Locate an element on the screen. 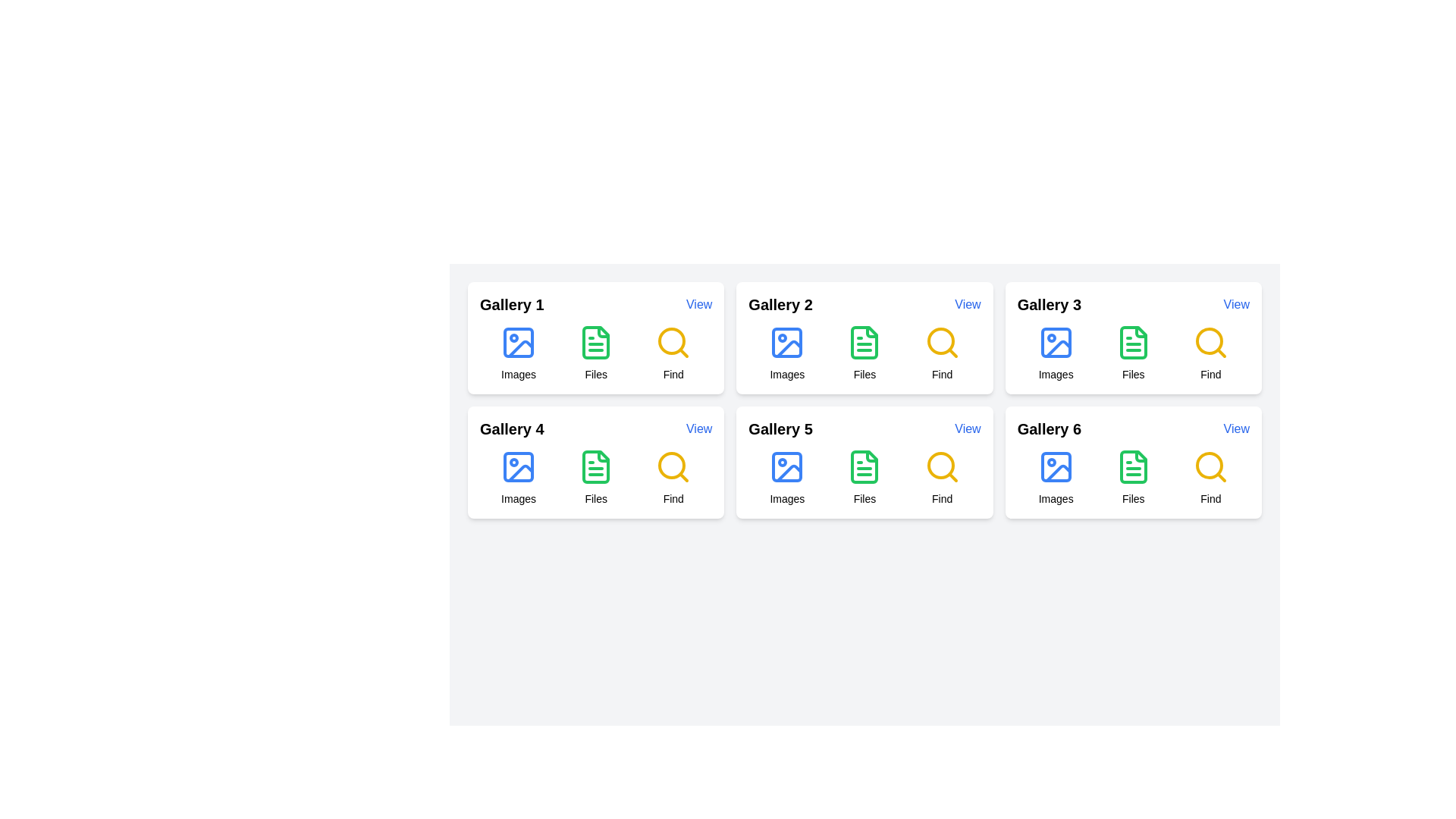  the blue underlined text link labeled 'View' located at the top-right corner of the 'Gallery 2' card is located at coordinates (967, 304).